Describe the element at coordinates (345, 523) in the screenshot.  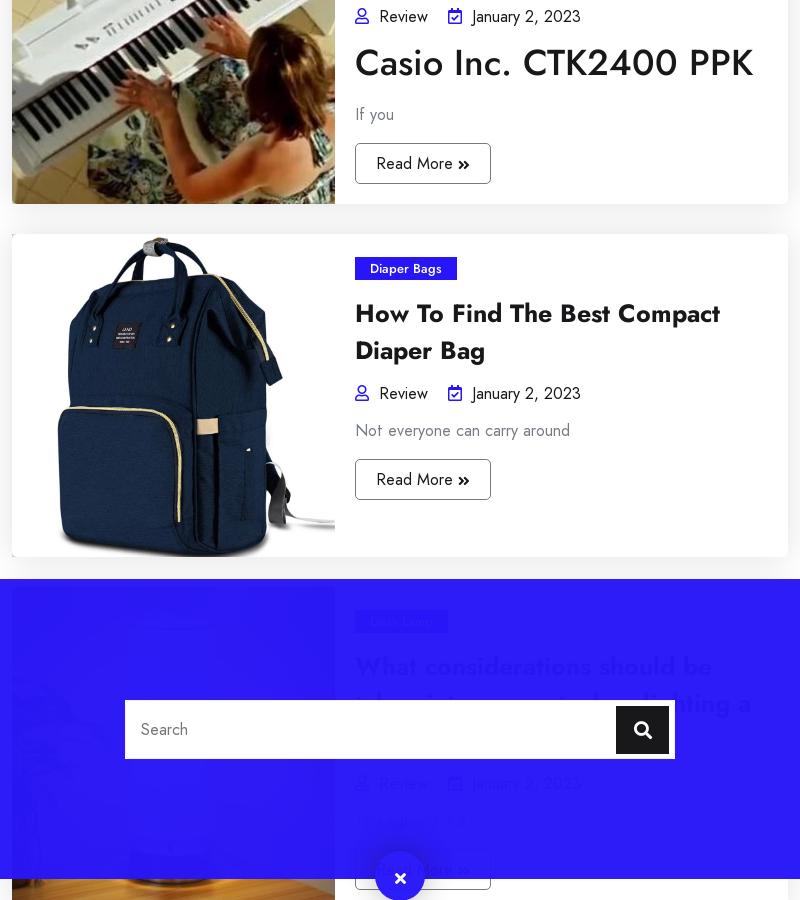
I see `'Diaper Bags'` at that location.